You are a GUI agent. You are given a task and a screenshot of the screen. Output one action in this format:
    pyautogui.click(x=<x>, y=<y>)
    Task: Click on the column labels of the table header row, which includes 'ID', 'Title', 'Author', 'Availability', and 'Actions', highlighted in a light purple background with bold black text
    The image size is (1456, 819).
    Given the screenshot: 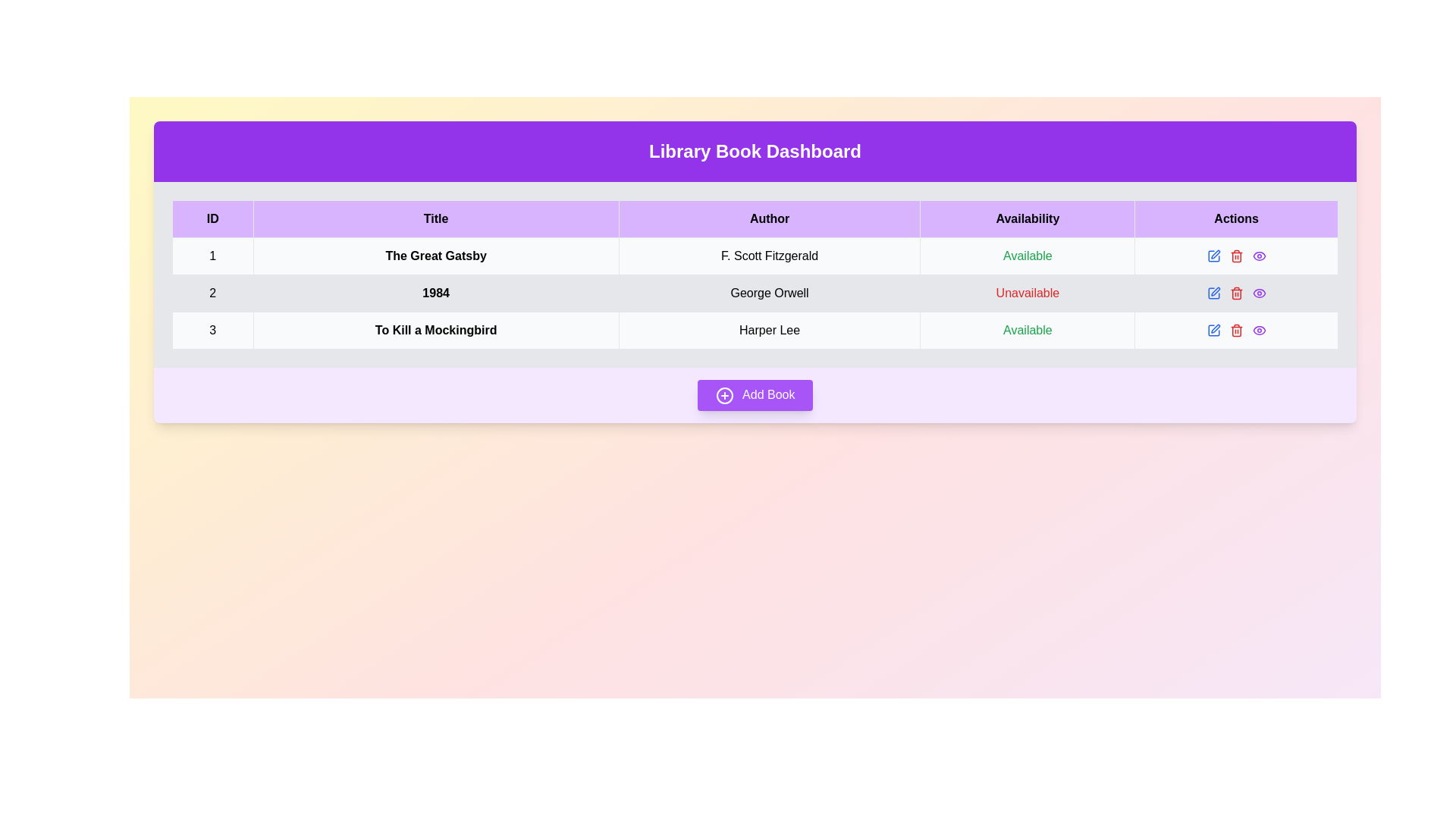 What is the action you would take?
    pyautogui.click(x=755, y=219)
    